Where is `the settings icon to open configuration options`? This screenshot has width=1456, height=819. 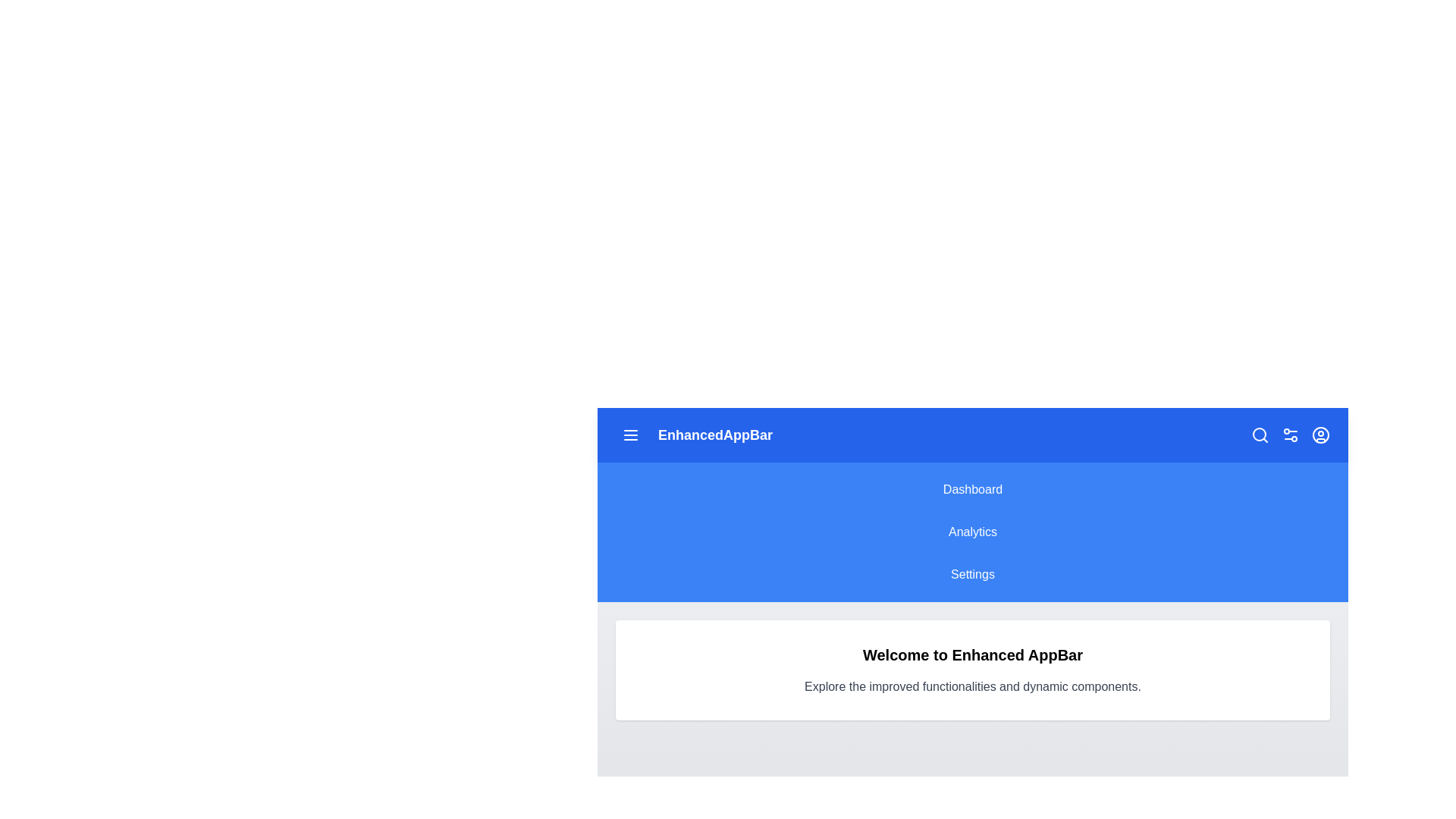 the settings icon to open configuration options is located at coordinates (1290, 435).